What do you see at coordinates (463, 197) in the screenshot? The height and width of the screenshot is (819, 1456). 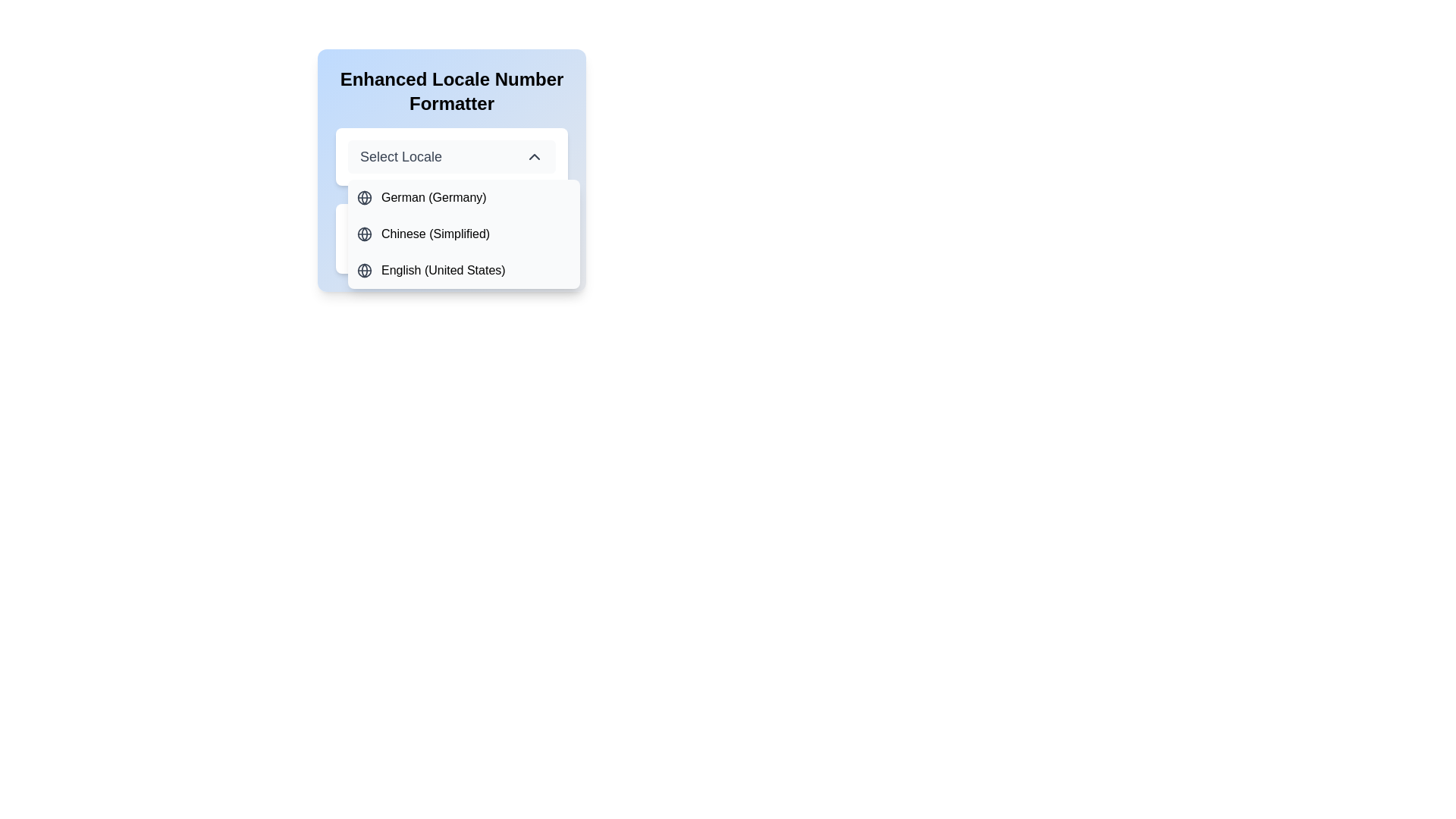 I see `the list item labeled 'German (Germany)' in the dropdown list` at bounding box center [463, 197].